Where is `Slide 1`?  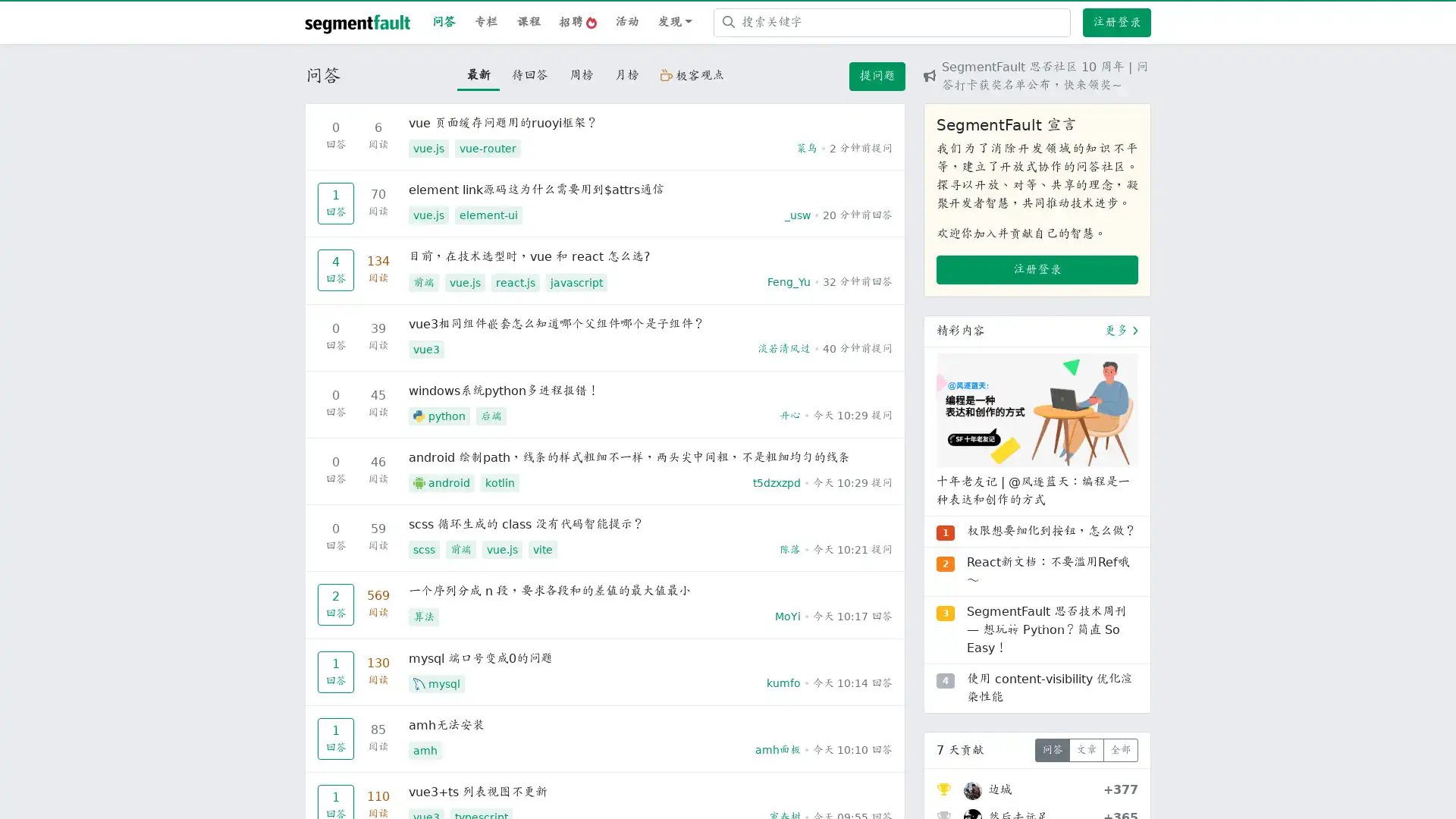 Slide 1 is located at coordinates (1009, 626).